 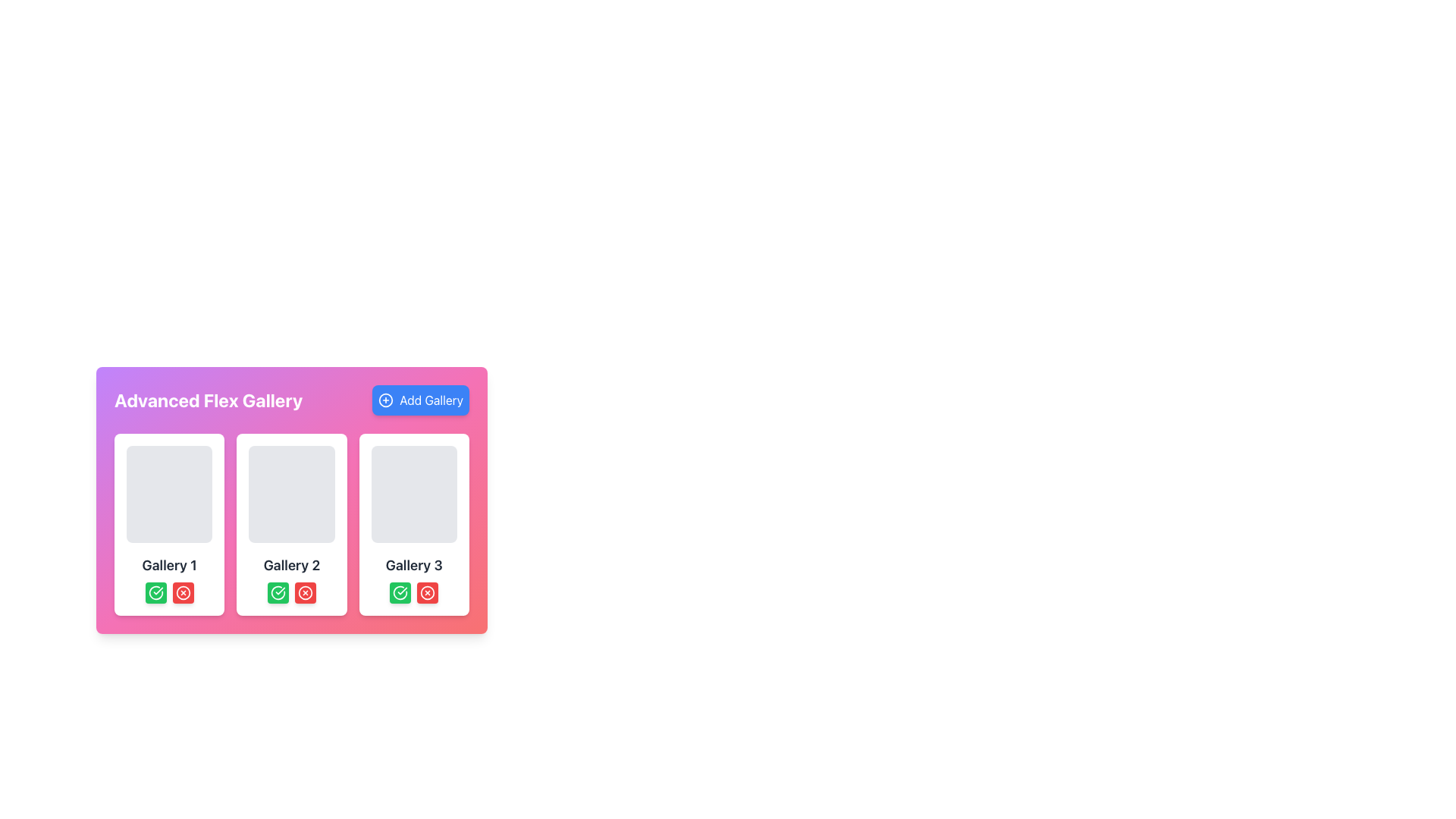 What do you see at coordinates (414, 565) in the screenshot?
I see `the text label in the lower central part of the rightmost card, which indicates the name or category of the gallery it represents` at bounding box center [414, 565].